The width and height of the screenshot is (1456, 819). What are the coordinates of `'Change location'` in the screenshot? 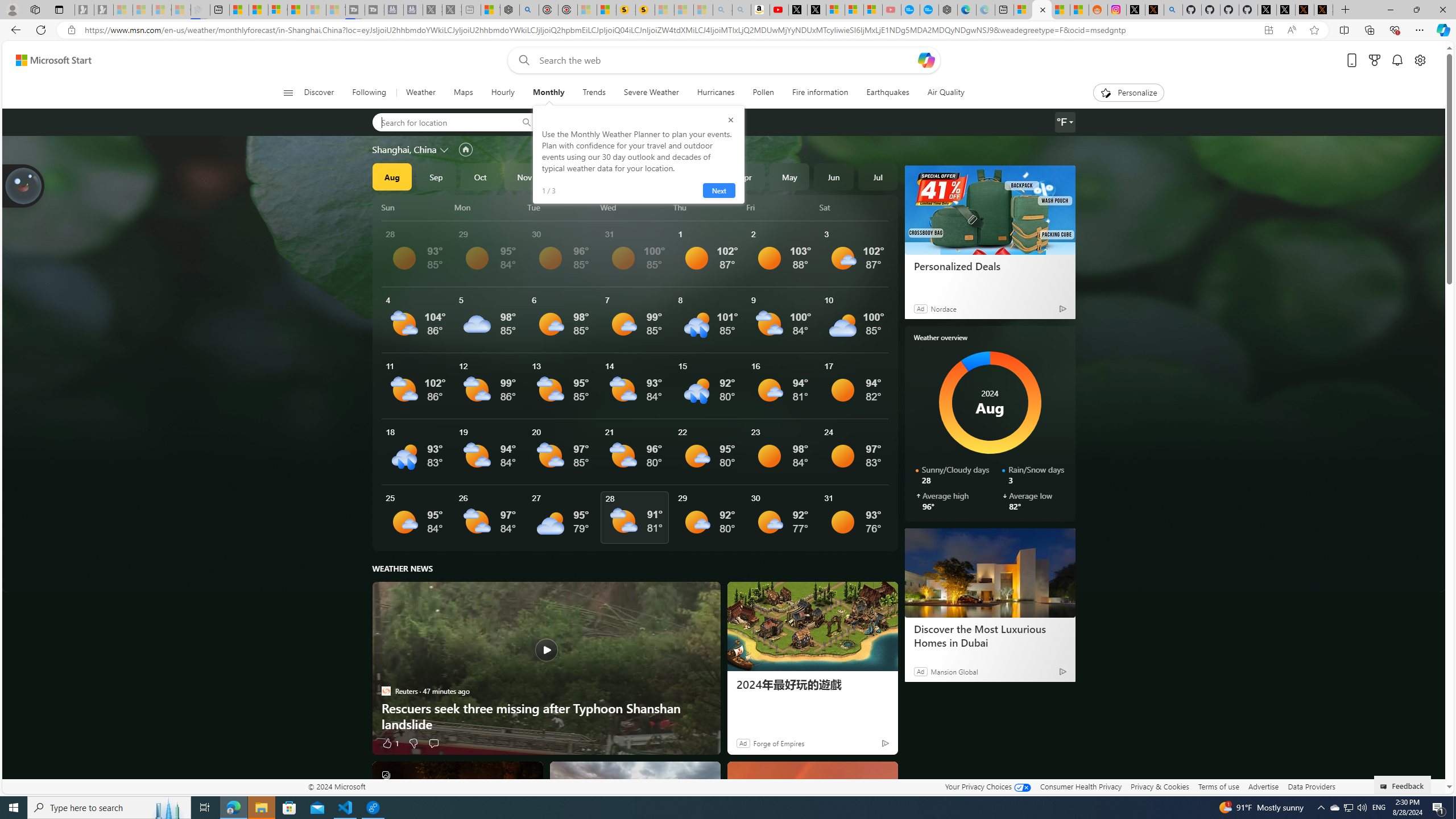 It's located at (445, 150).